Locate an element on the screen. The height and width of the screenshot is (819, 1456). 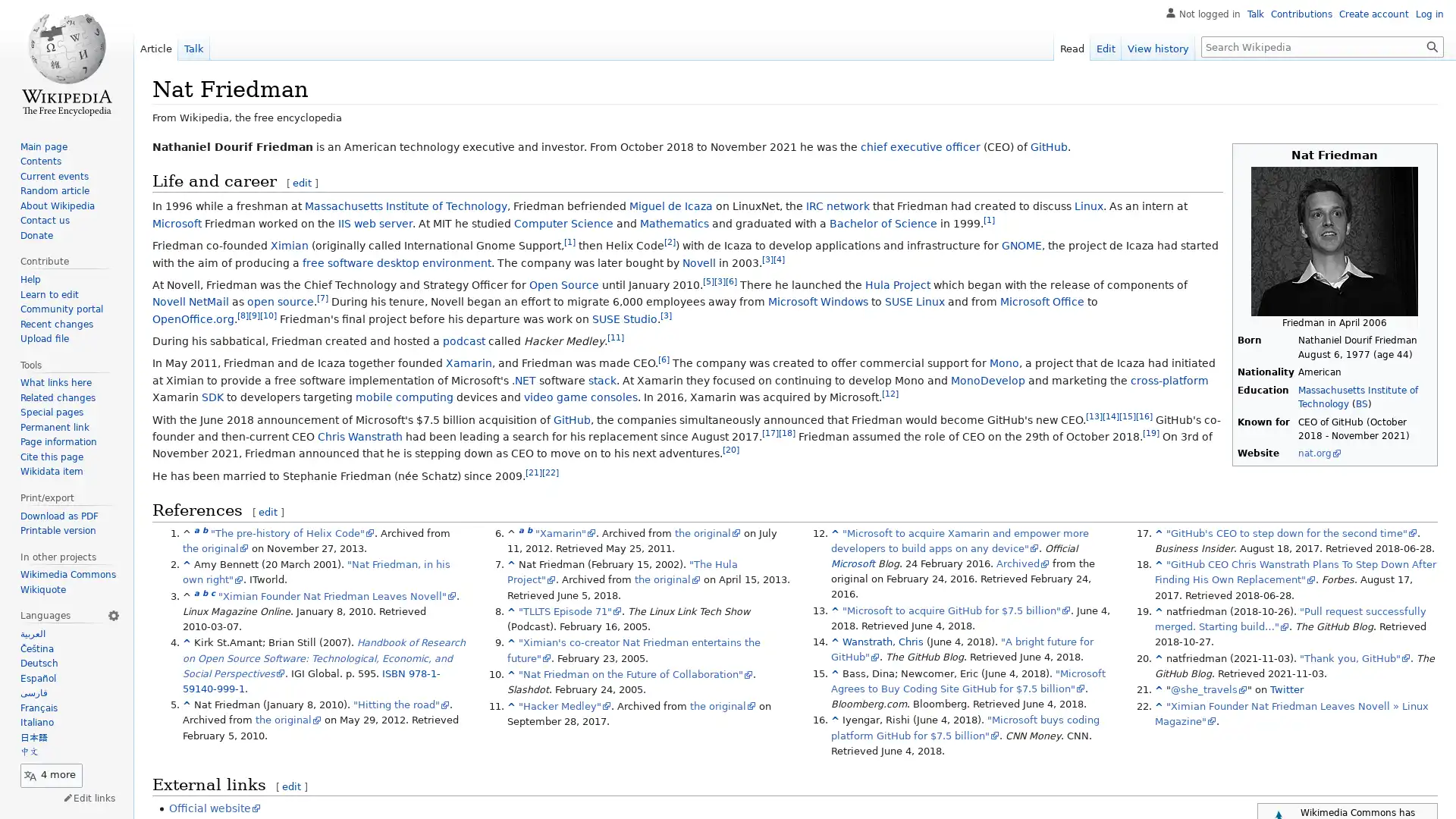
Search is located at coordinates (1432, 45).